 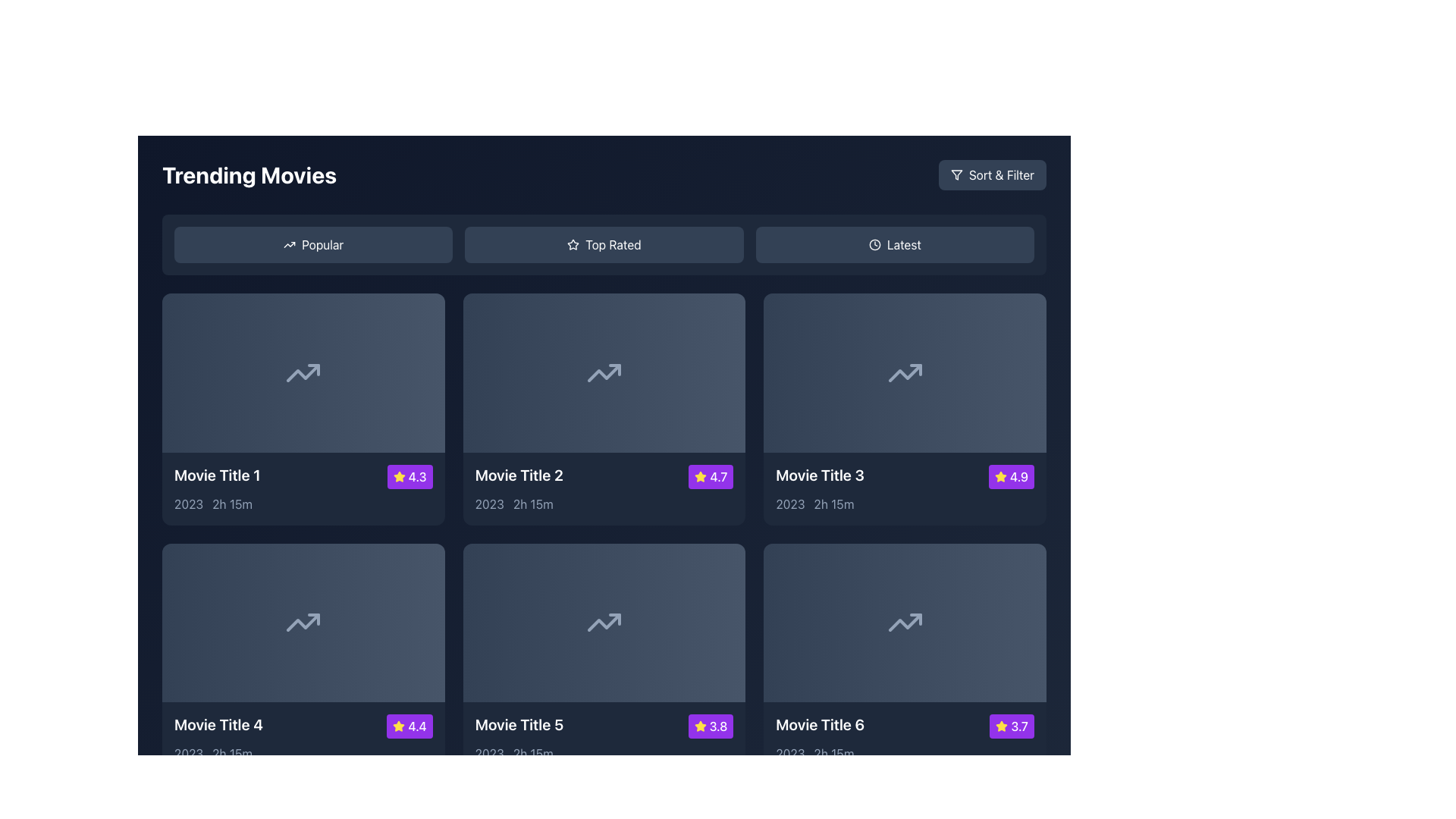 I want to click on static text label indicating the year associated with the movie described in the card, positioned below 'Movie Title 3' and preceding '2h 15m', so click(x=789, y=504).